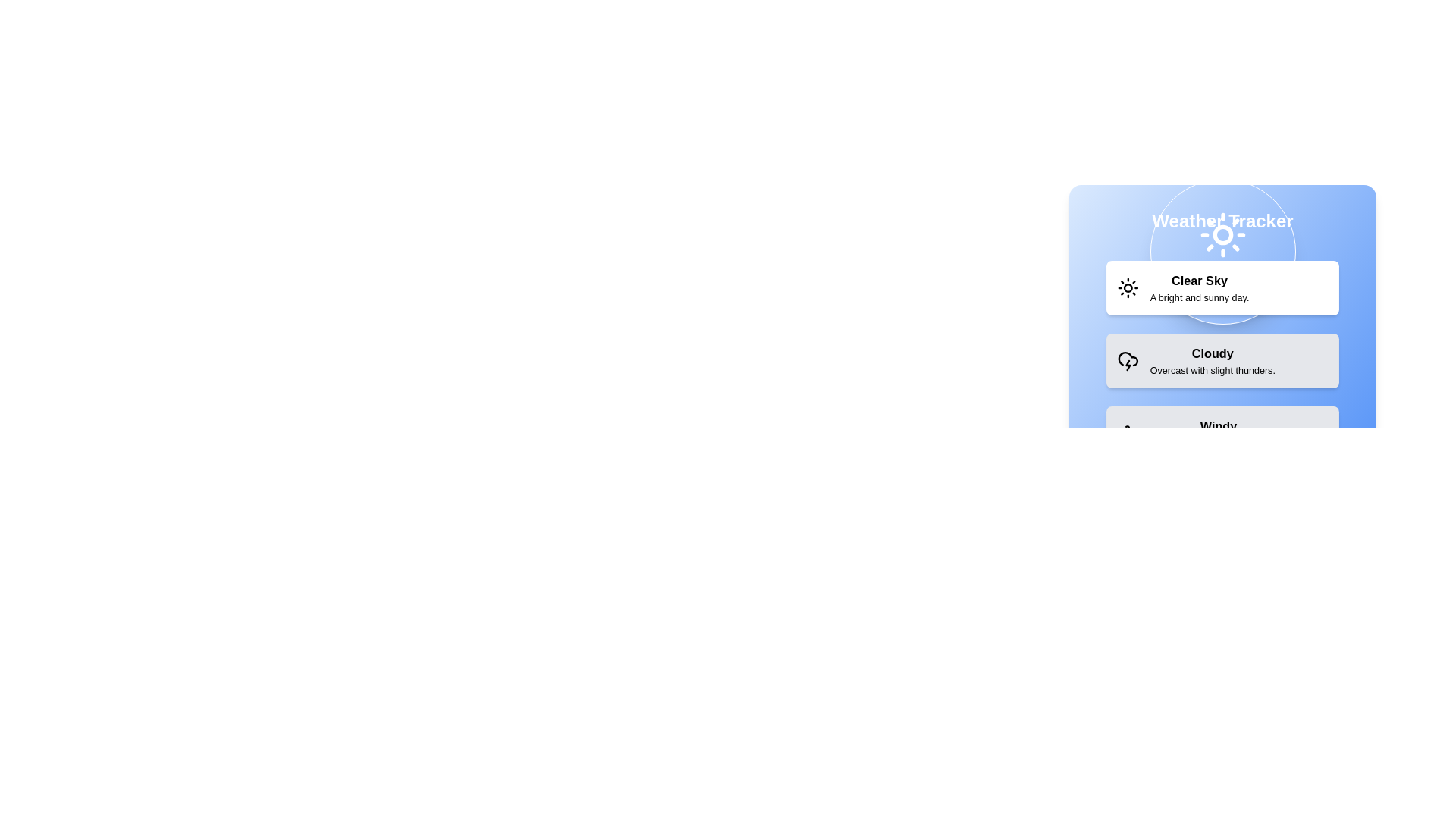 The width and height of the screenshot is (1456, 819). I want to click on the text element displaying 'A bright and sunny day.' which is located below the 'Clear Sky' headline in the weather information interface, so click(1199, 297).